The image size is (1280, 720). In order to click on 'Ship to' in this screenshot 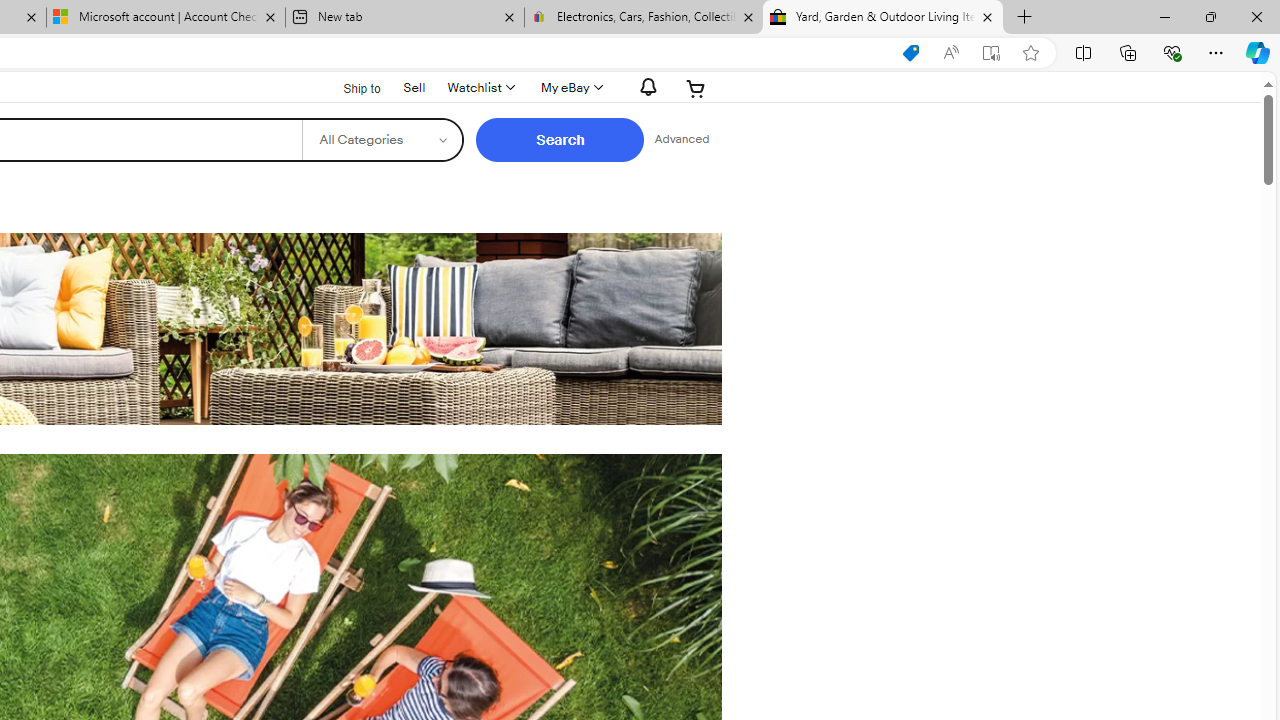, I will do `click(349, 86)`.